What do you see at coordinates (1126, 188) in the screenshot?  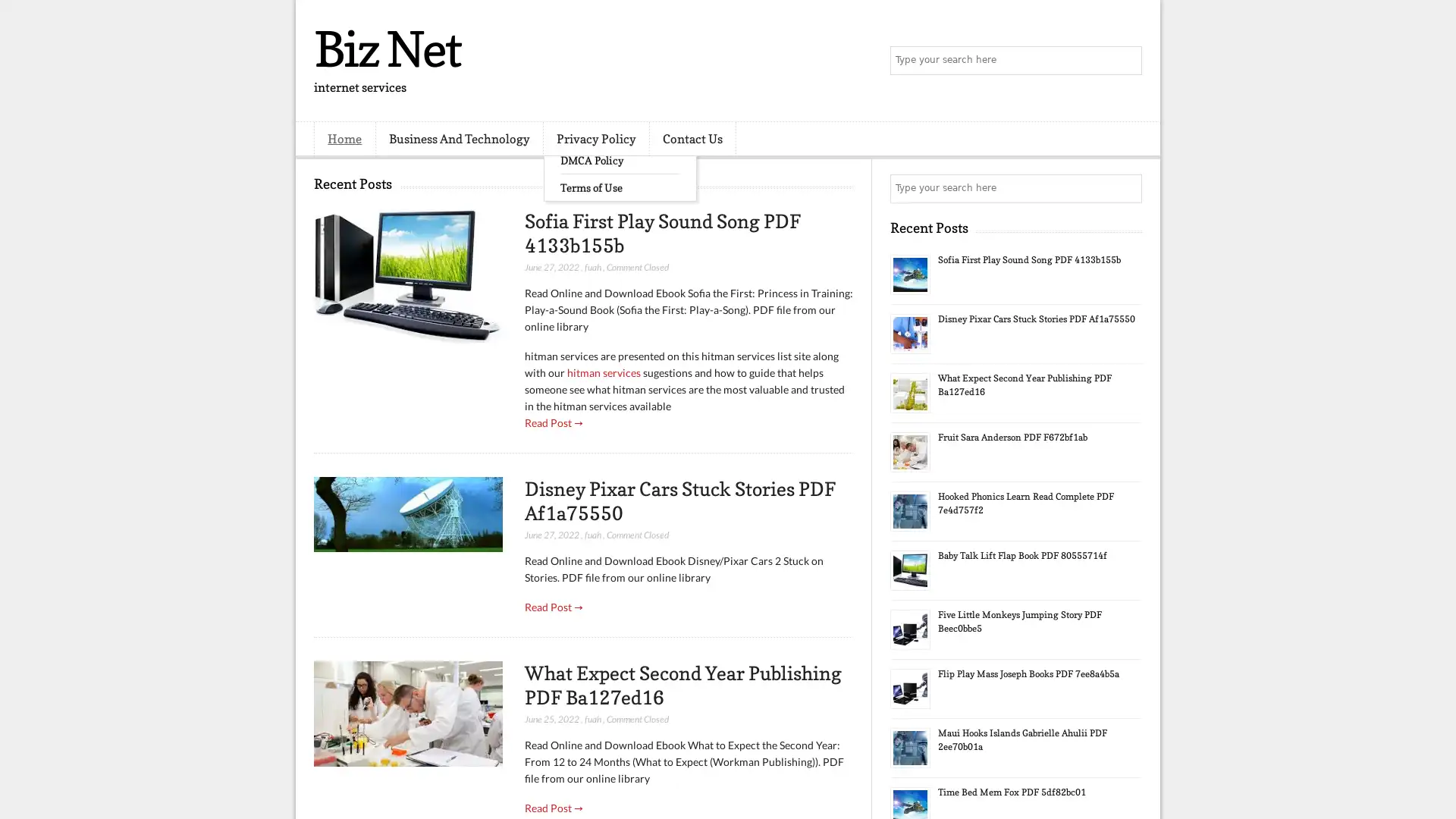 I see `Search` at bounding box center [1126, 188].